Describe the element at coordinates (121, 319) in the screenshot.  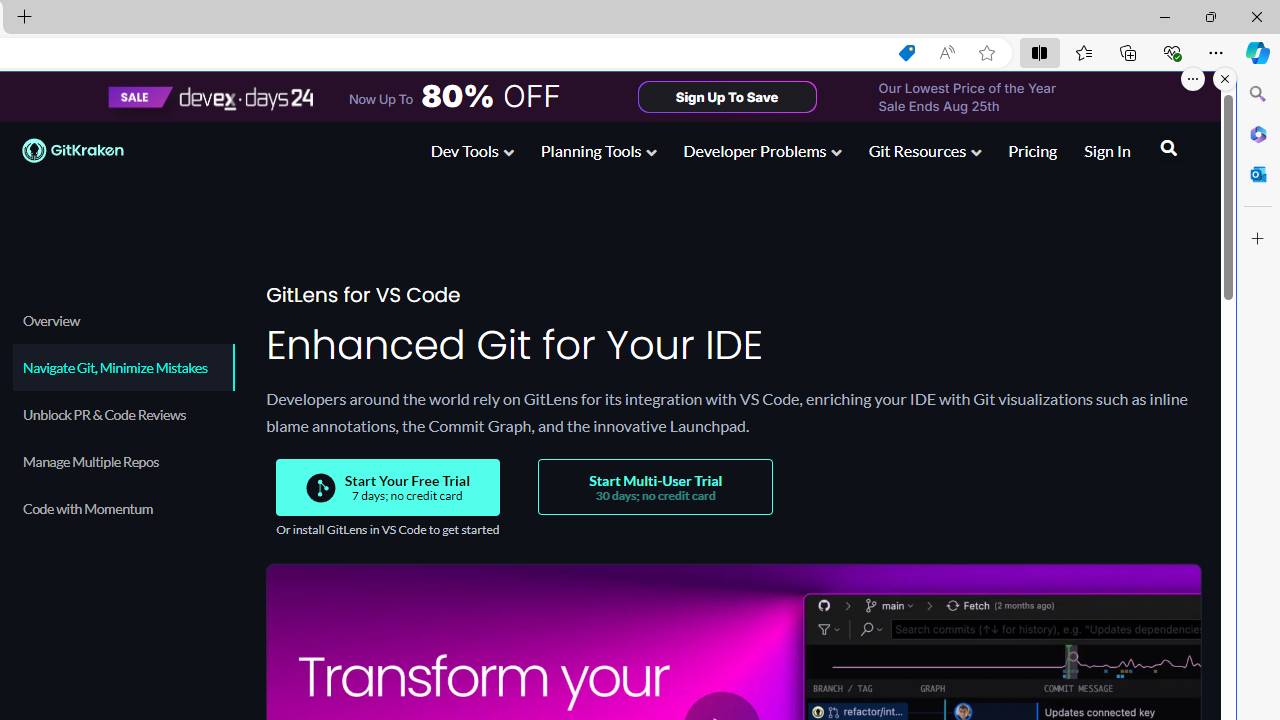
I see `'Overview'` at that location.